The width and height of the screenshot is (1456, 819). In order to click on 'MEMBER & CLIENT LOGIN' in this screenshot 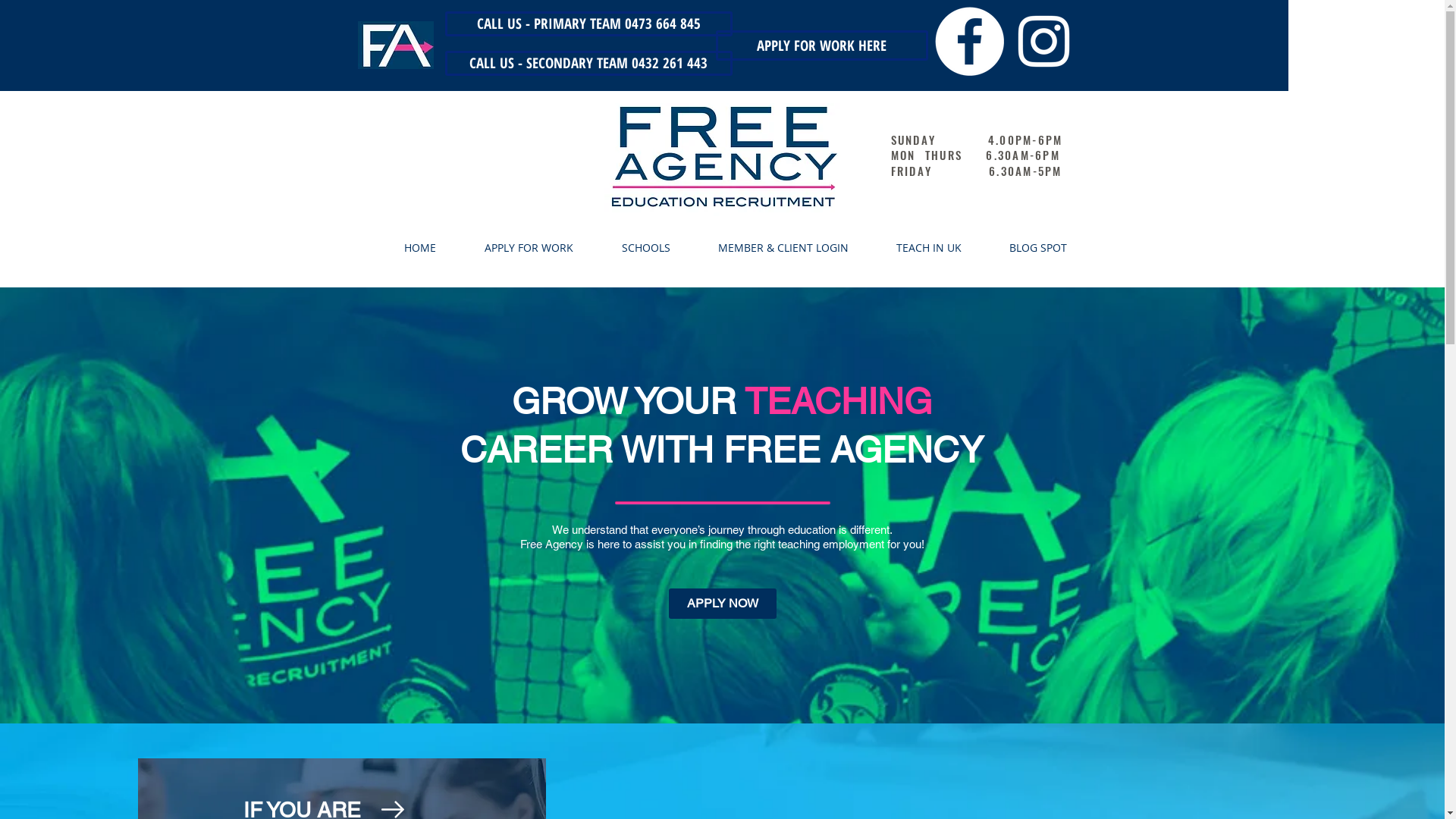, I will do `click(770, 246)`.